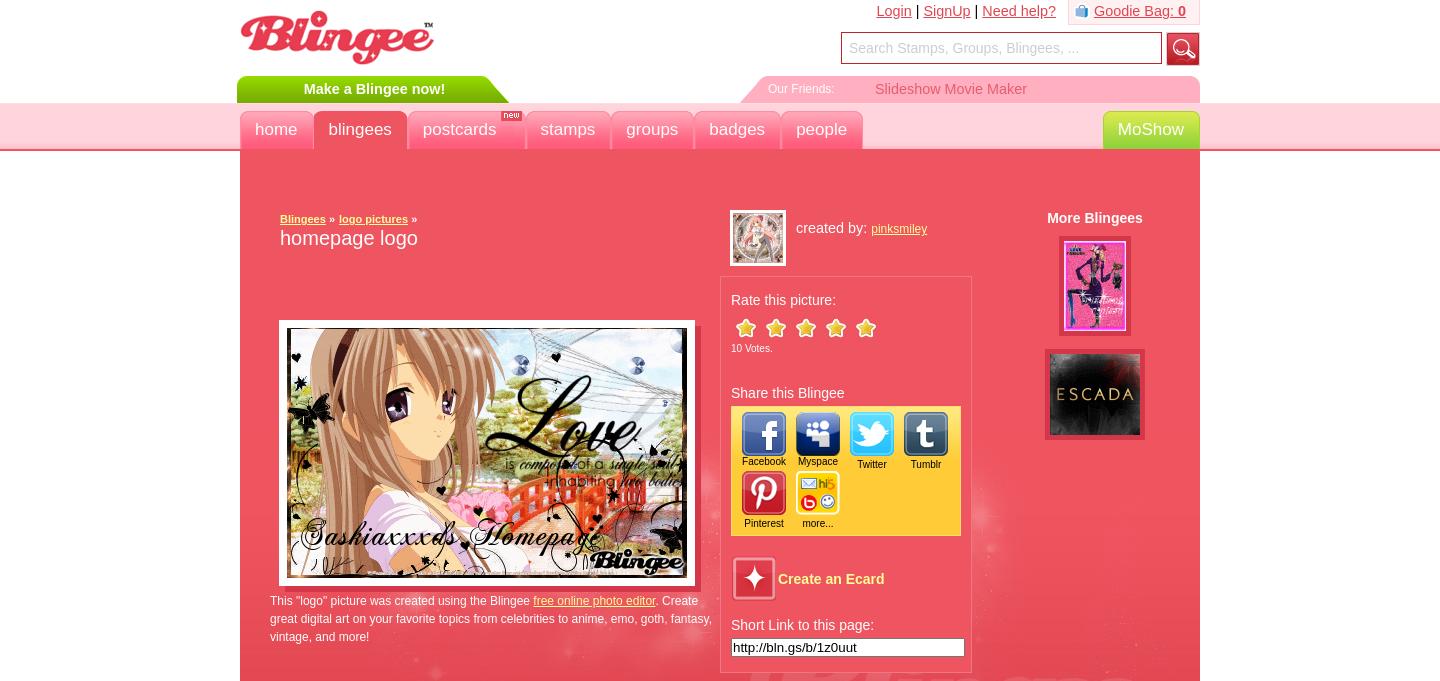 This screenshot has width=1440, height=681. Describe the element at coordinates (783, 299) in the screenshot. I see `'Rate this picture:'` at that location.